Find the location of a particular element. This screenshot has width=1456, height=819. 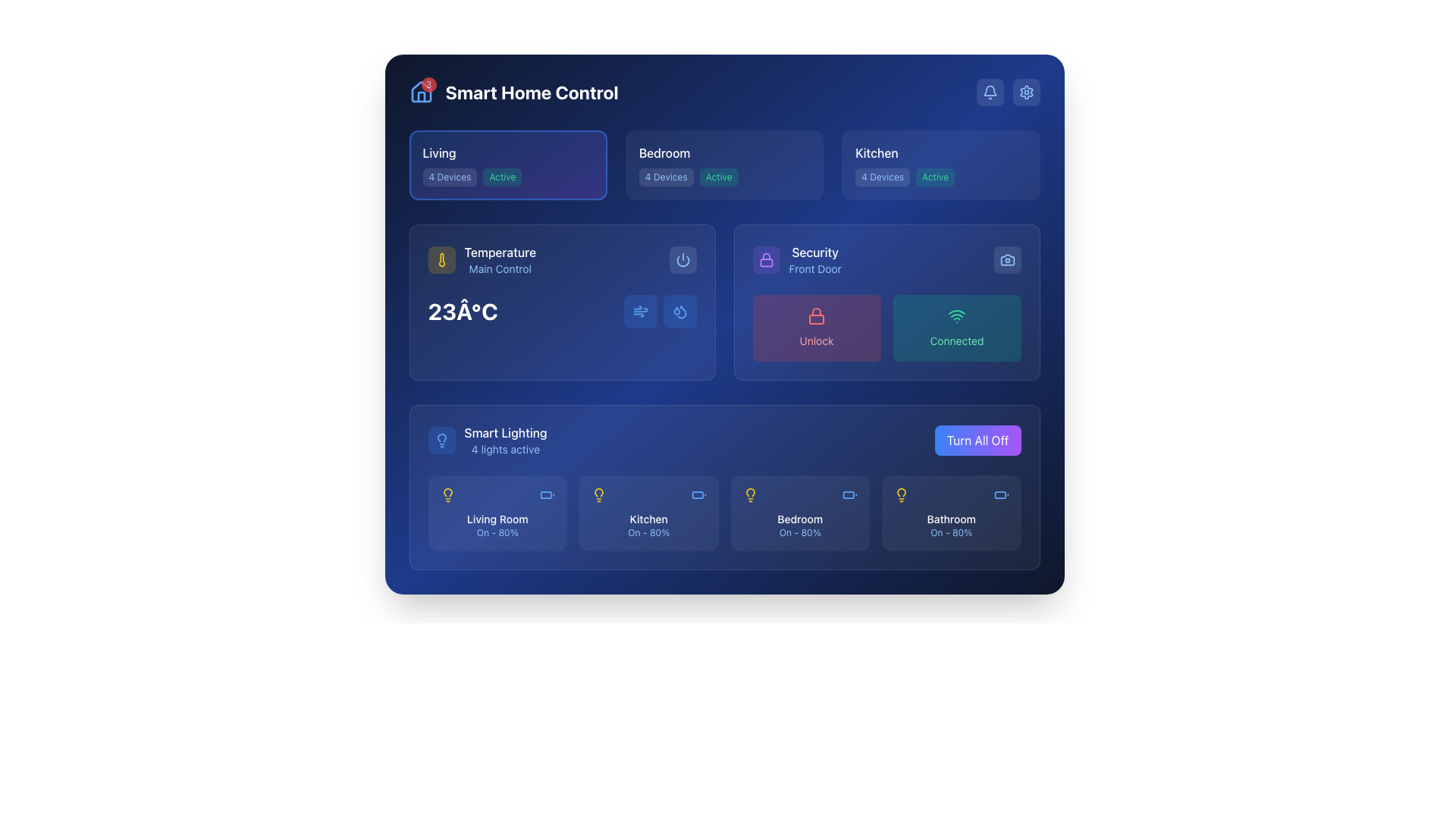

the prominent temperature display showing '23°C' in large, bold white text against a blue background, located in the left section of the 'Temperature Main Control' panel is located at coordinates (462, 311).